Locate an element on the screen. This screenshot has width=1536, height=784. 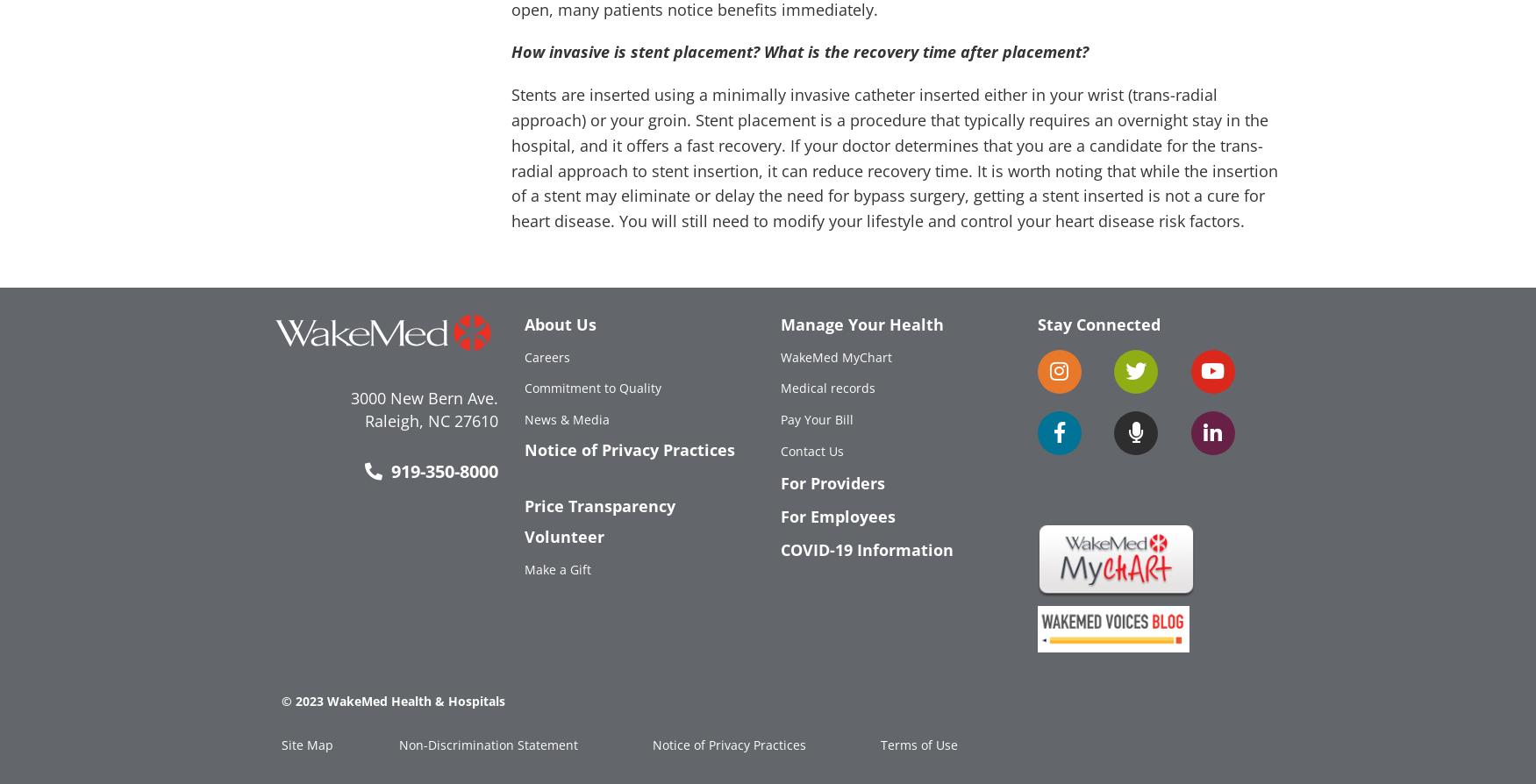
'News & Media' is located at coordinates (566, 419).